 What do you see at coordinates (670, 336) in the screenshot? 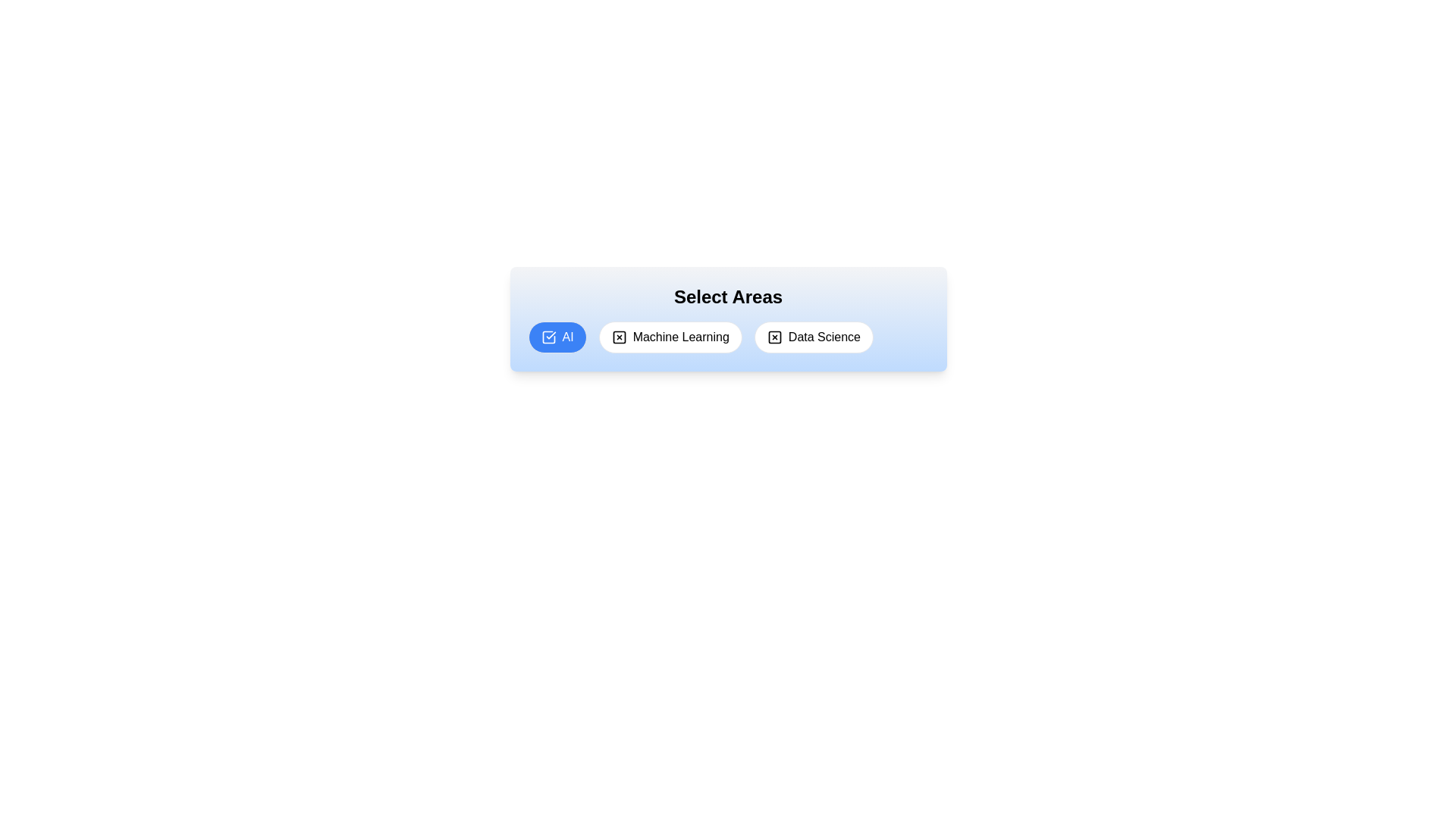
I see `the tag Machine Learning to observe its hover effect` at bounding box center [670, 336].